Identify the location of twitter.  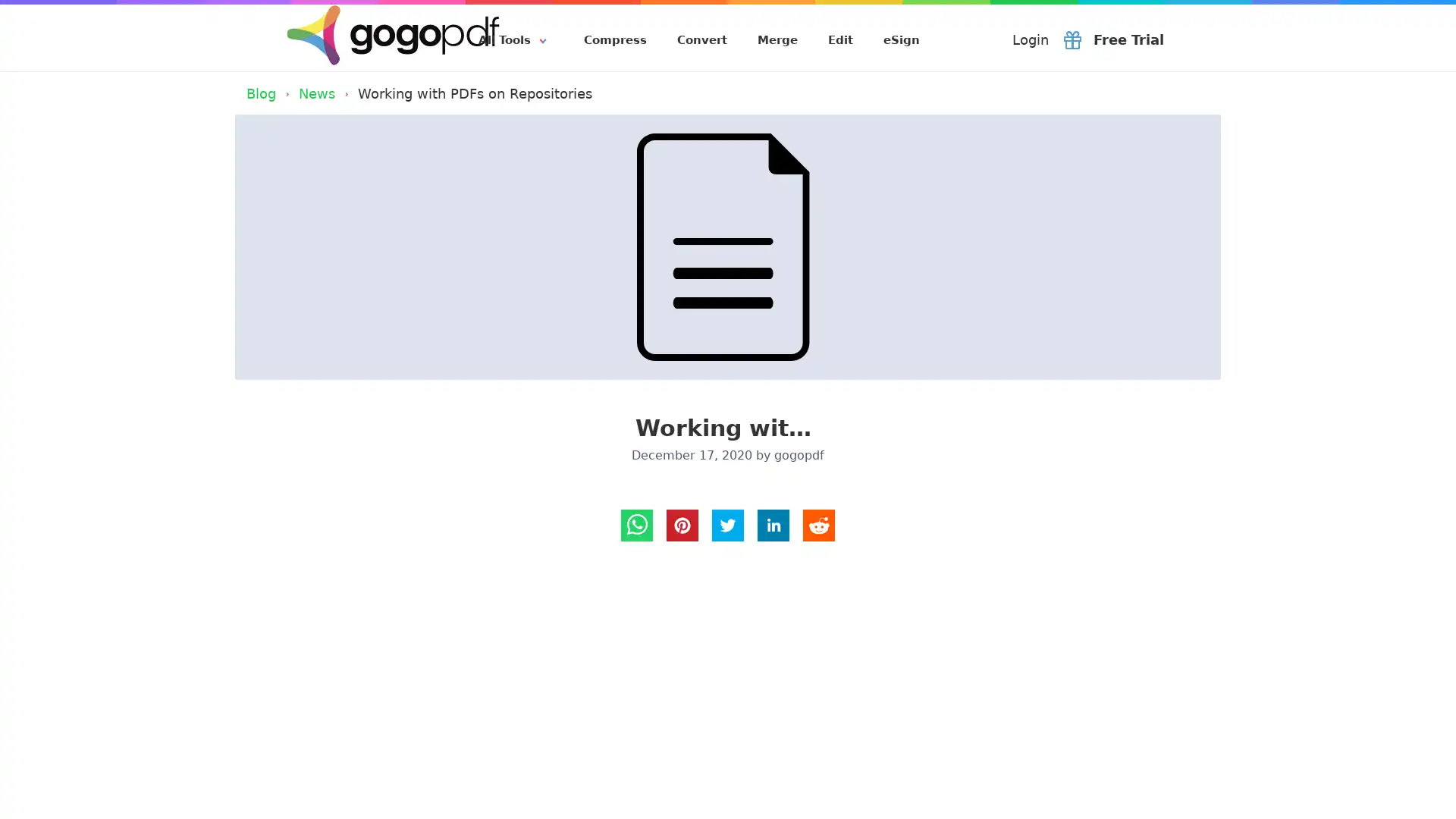
(728, 525).